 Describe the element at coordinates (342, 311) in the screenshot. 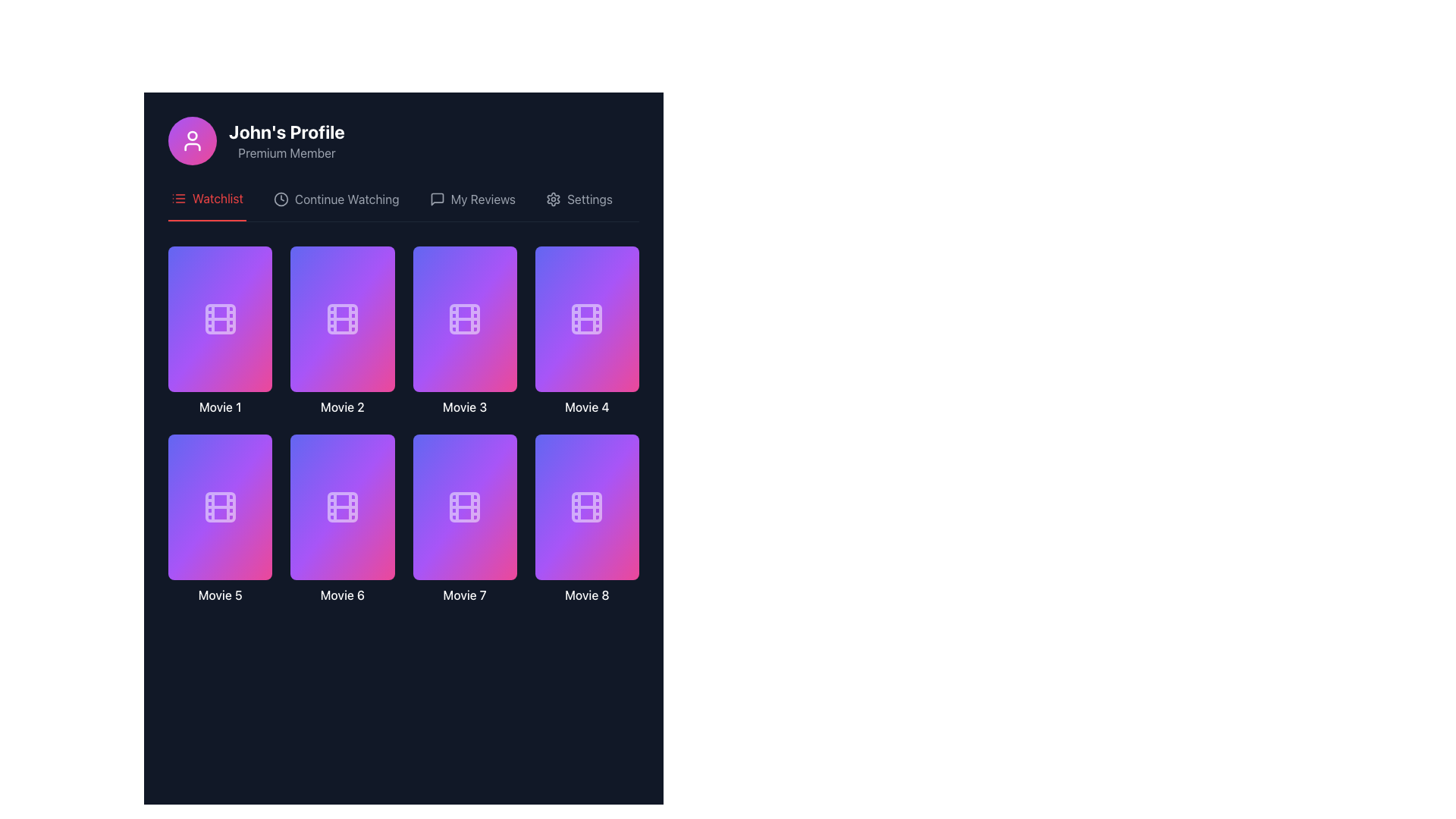

I see `the play icon located in the center of the second movie card in the grid layout, which represents content to be played or previewed` at that location.